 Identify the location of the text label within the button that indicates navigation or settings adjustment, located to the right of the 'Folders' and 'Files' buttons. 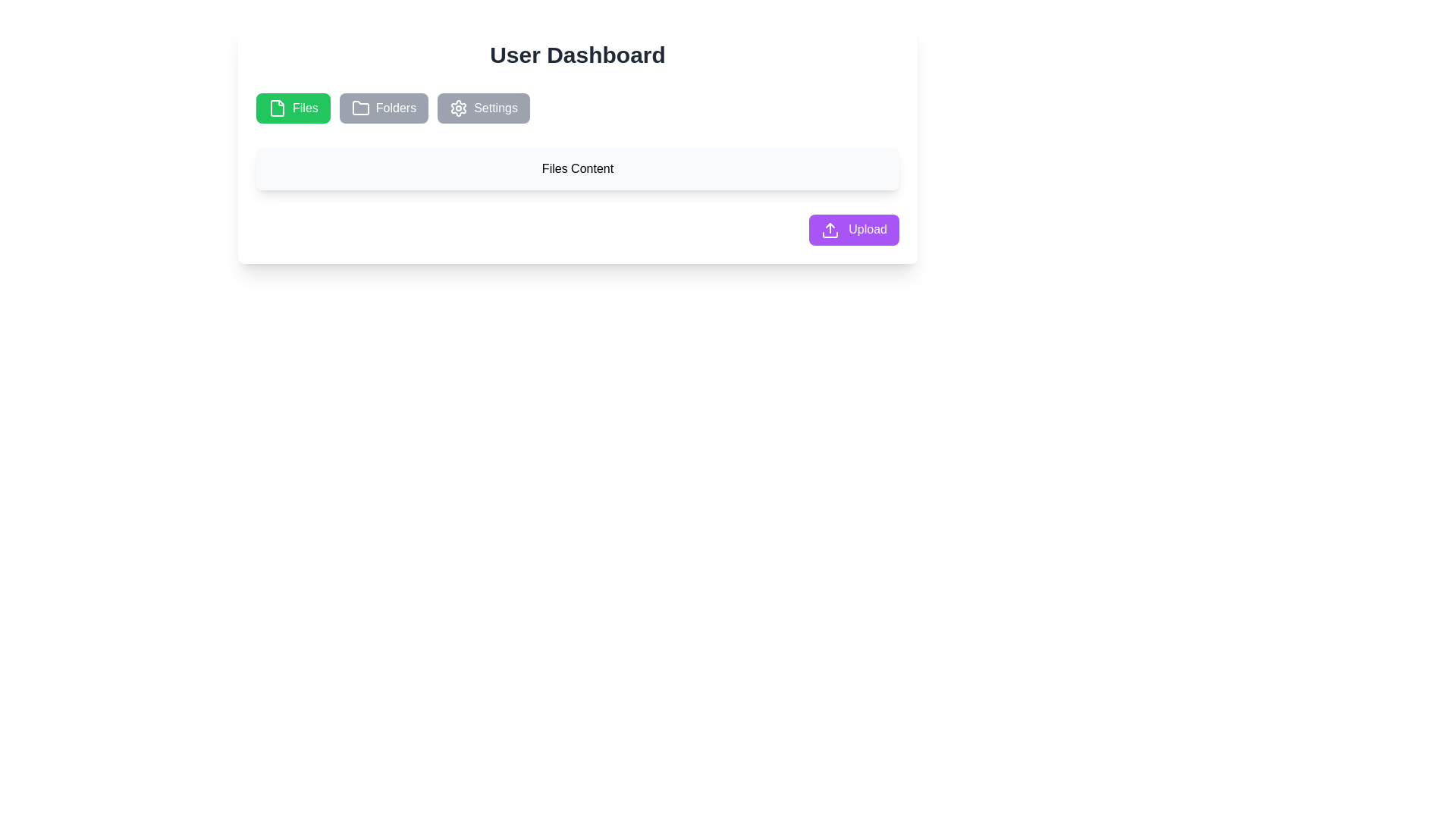
(496, 107).